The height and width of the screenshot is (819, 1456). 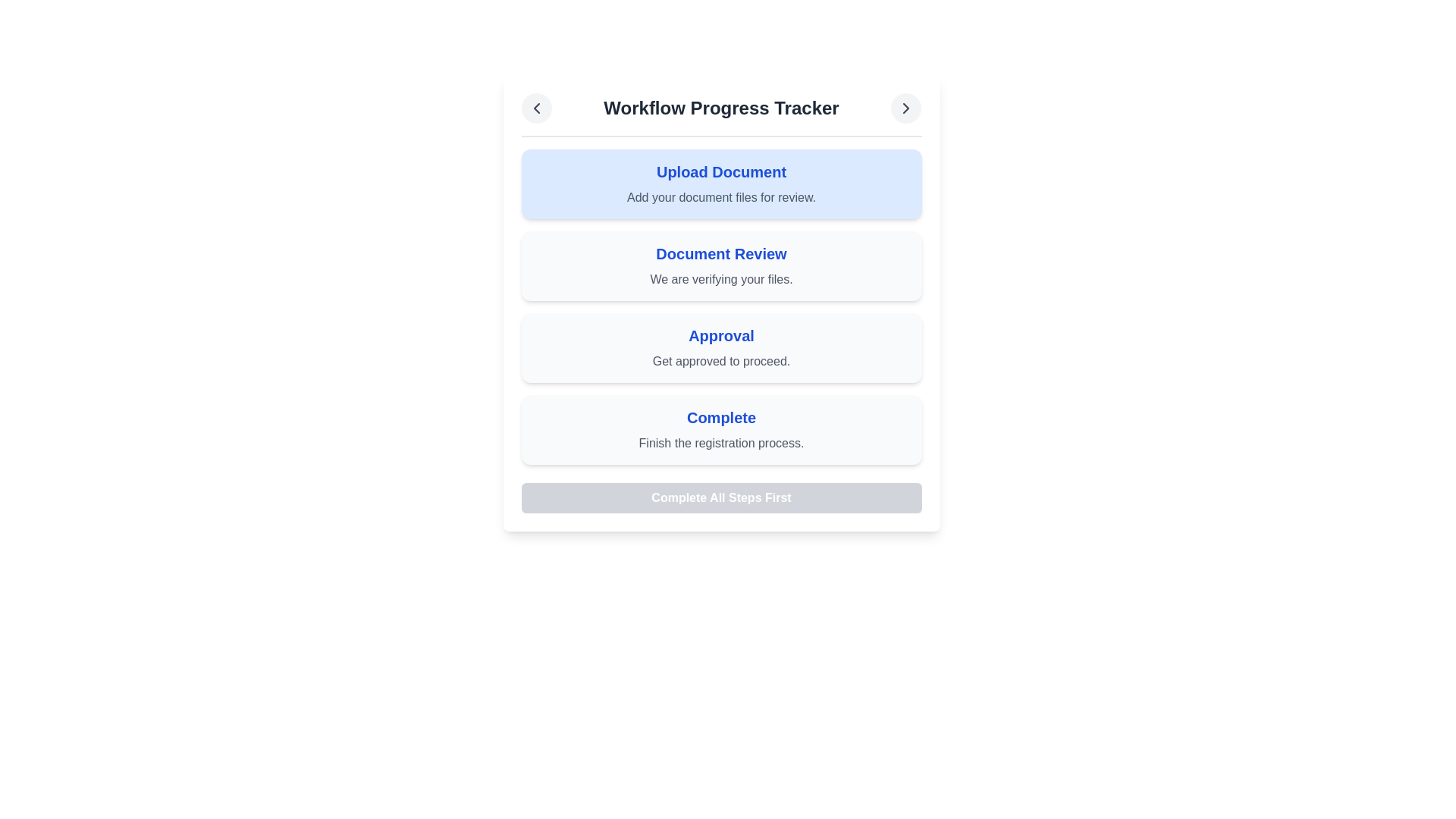 What do you see at coordinates (720, 197) in the screenshot?
I see `informational text label that says 'Add your document files for review.' which is styled in gray and positioned beneath the 'Upload Document' title inside a light blue card` at bounding box center [720, 197].